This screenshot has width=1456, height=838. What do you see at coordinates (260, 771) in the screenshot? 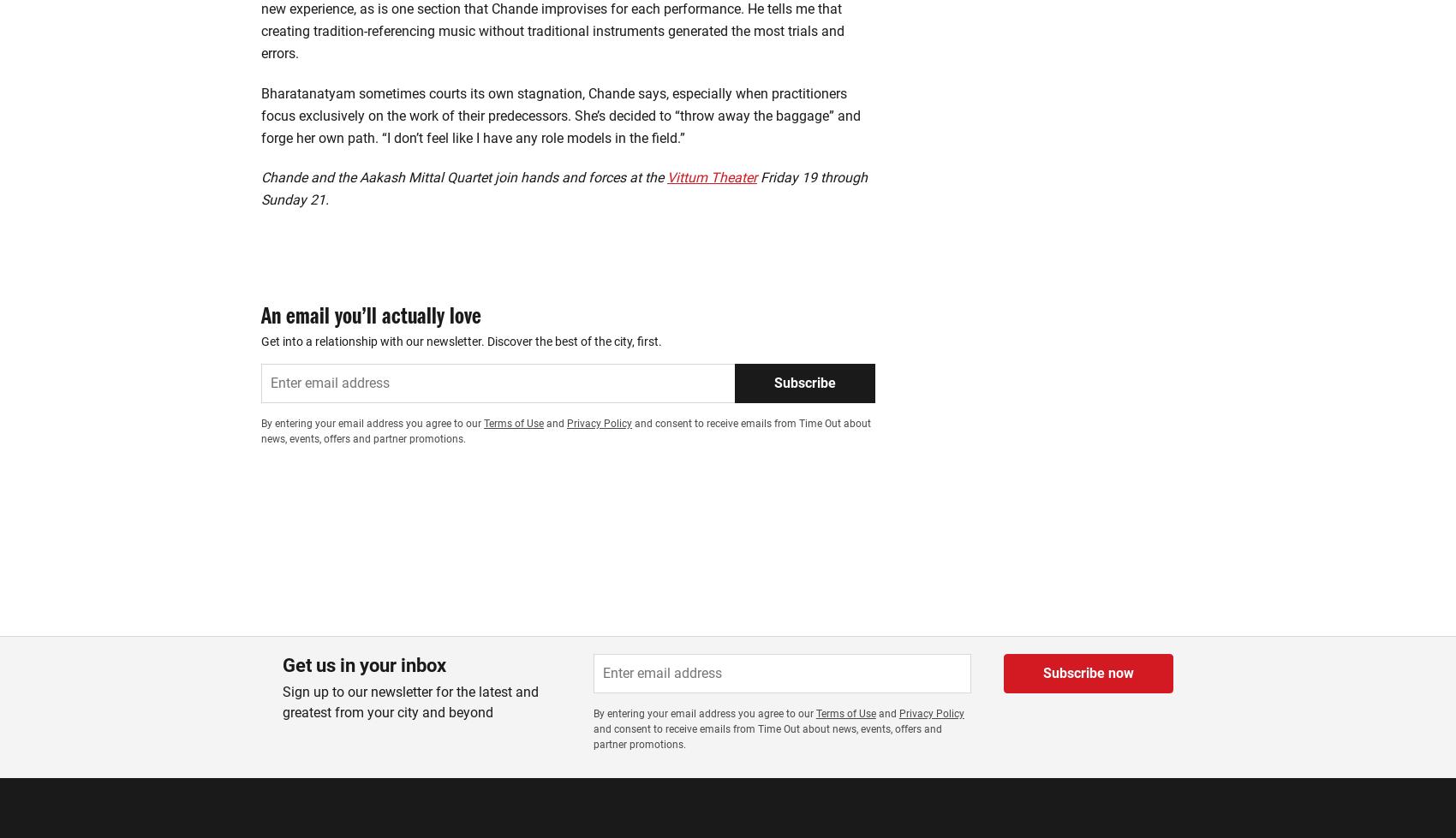
I see `'About us'` at bounding box center [260, 771].